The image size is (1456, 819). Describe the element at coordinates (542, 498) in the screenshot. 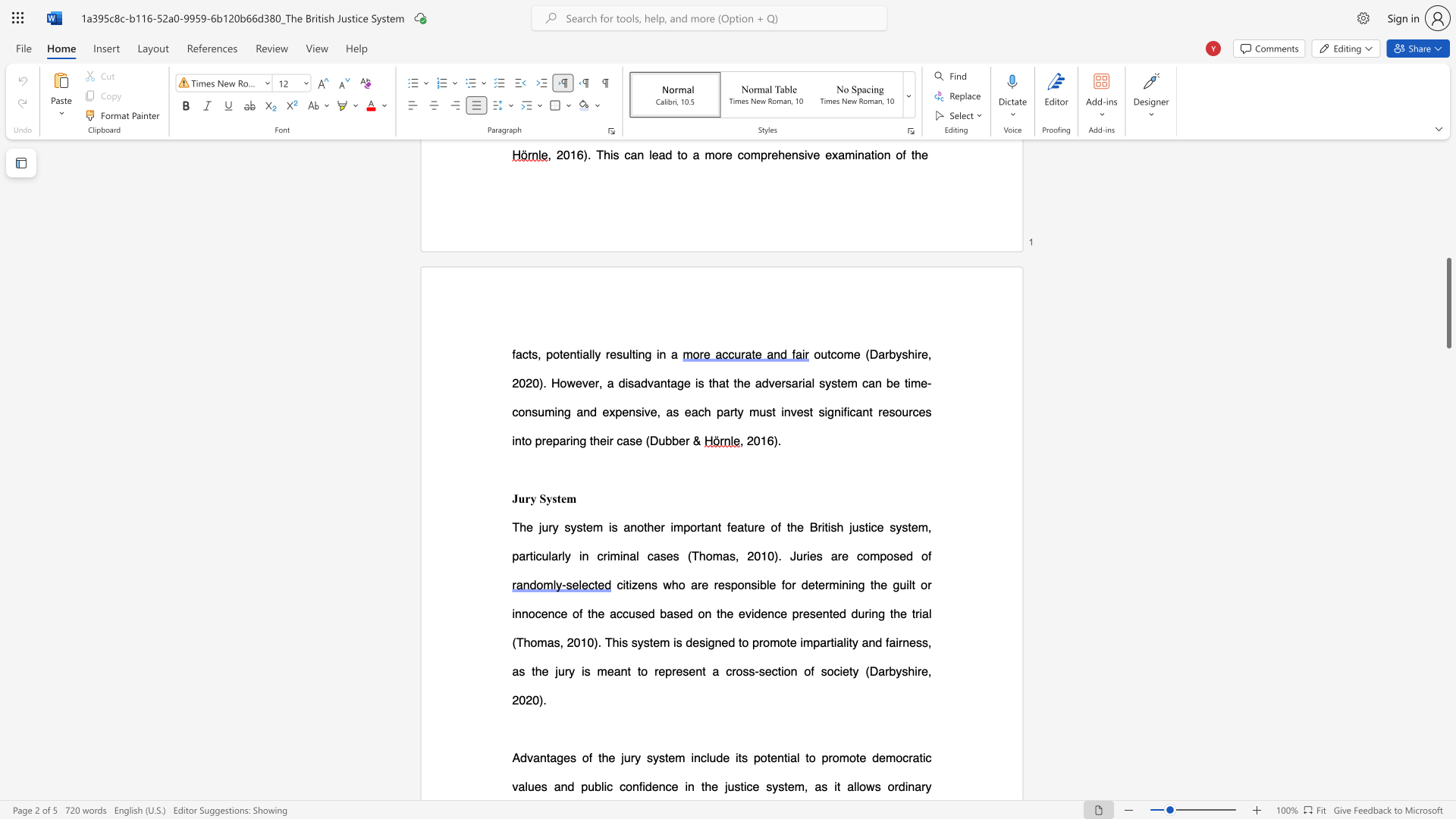

I see `the 1th character "S" in the text` at that location.